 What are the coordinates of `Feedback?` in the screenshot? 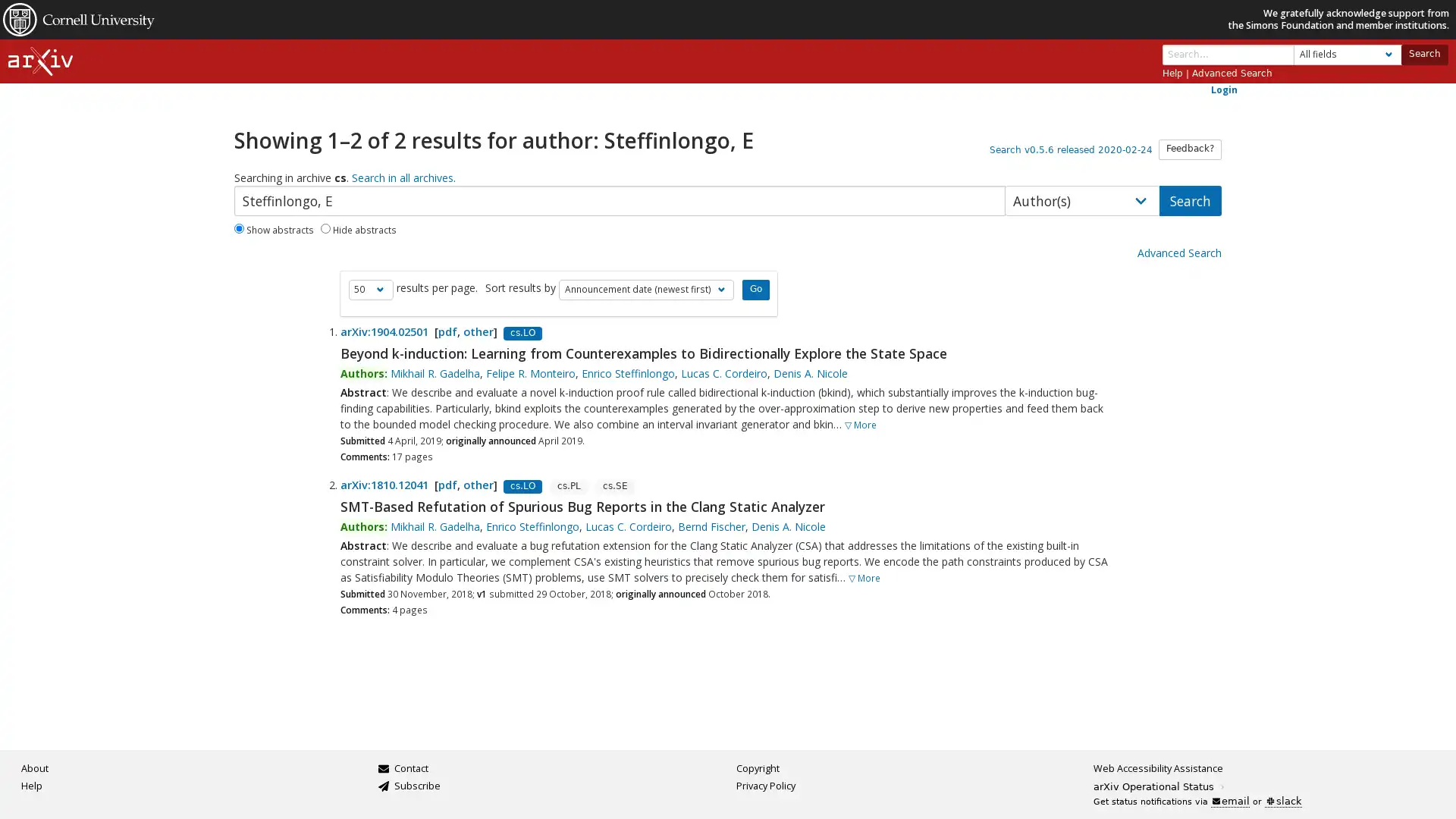 It's located at (1189, 149).